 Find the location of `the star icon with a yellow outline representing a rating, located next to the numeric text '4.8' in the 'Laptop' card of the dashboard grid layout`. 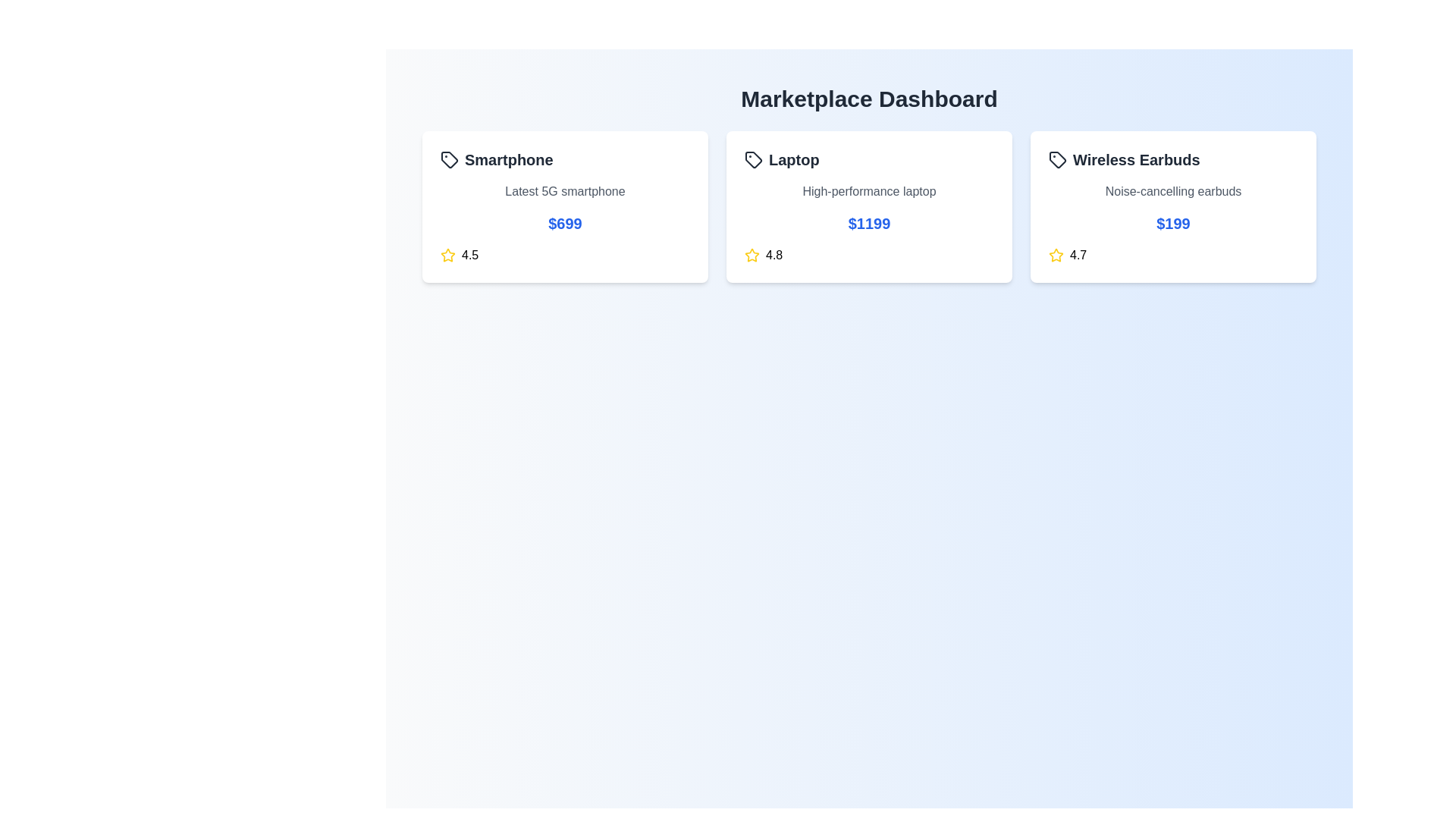

the star icon with a yellow outline representing a rating, located next to the numeric text '4.8' in the 'Laptop' card of the dashboard grid layout is located at coordinates (752, 254).